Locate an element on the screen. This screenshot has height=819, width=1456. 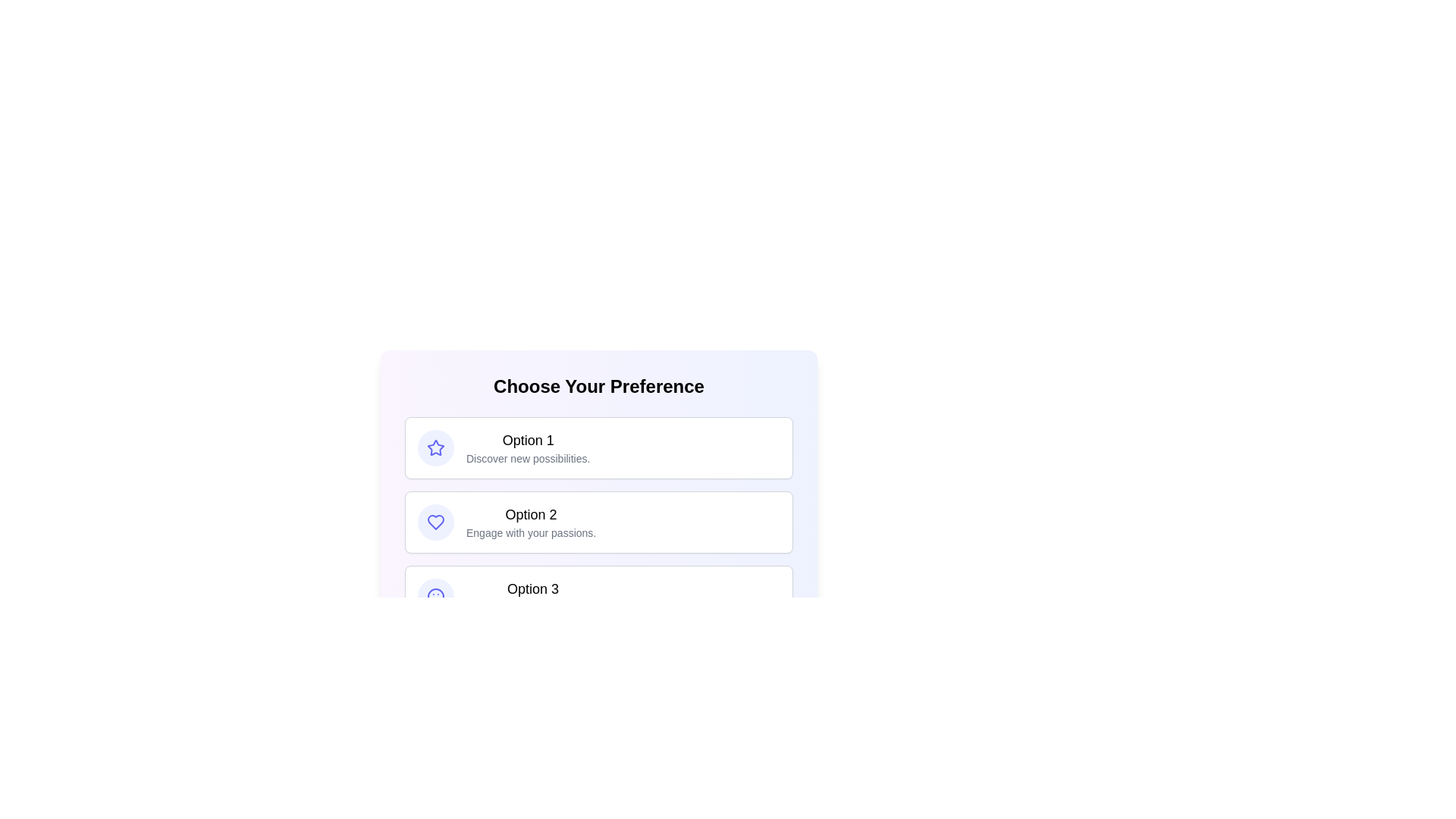
the selectable Text Block labeled 'Option 2' that engages with passions is located at coordinates (531, 522).